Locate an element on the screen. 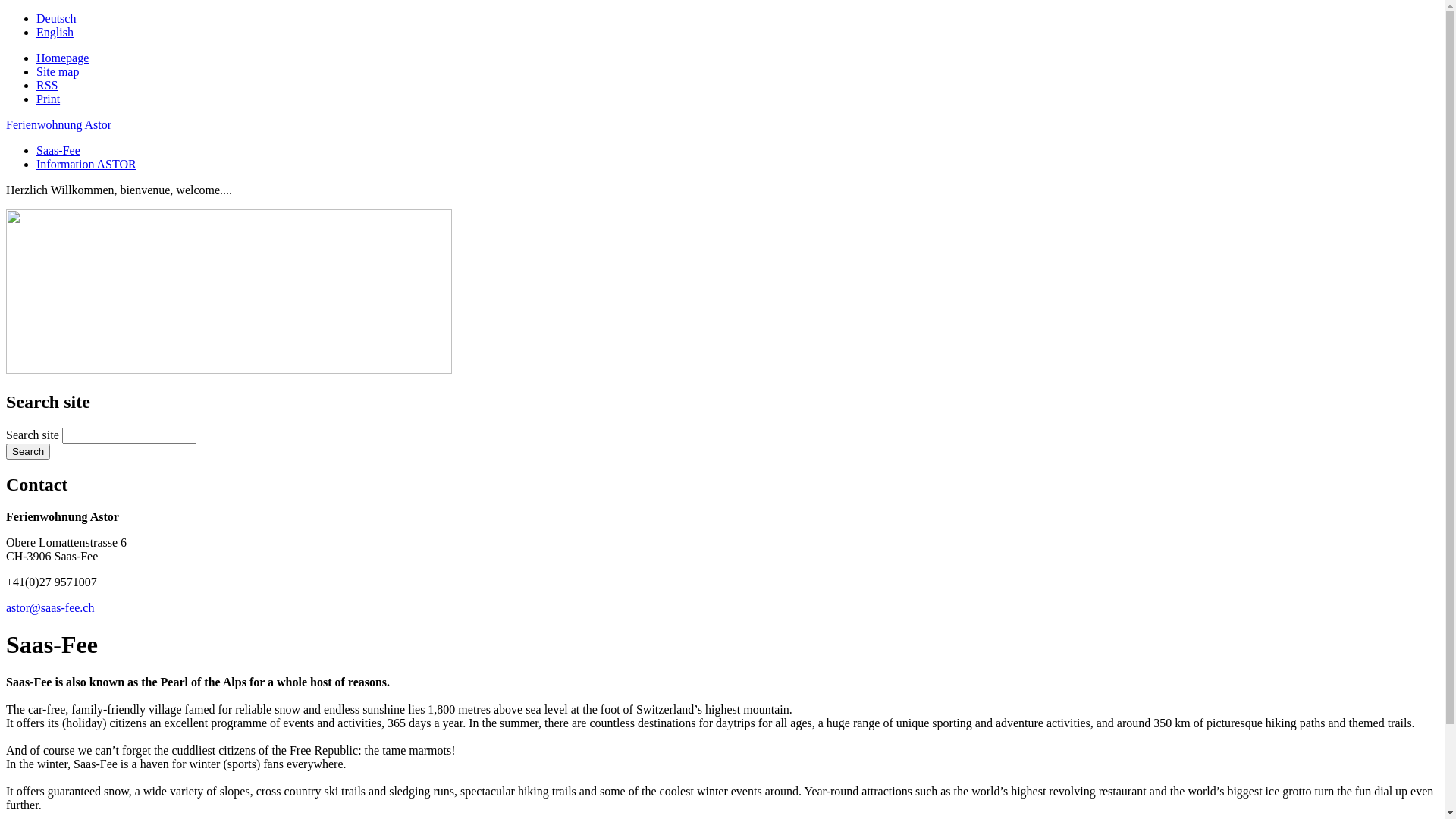 This screenshot has height=819, width=1456. 'astor@saas-fee.ch' is located at coordinates (50, 607).